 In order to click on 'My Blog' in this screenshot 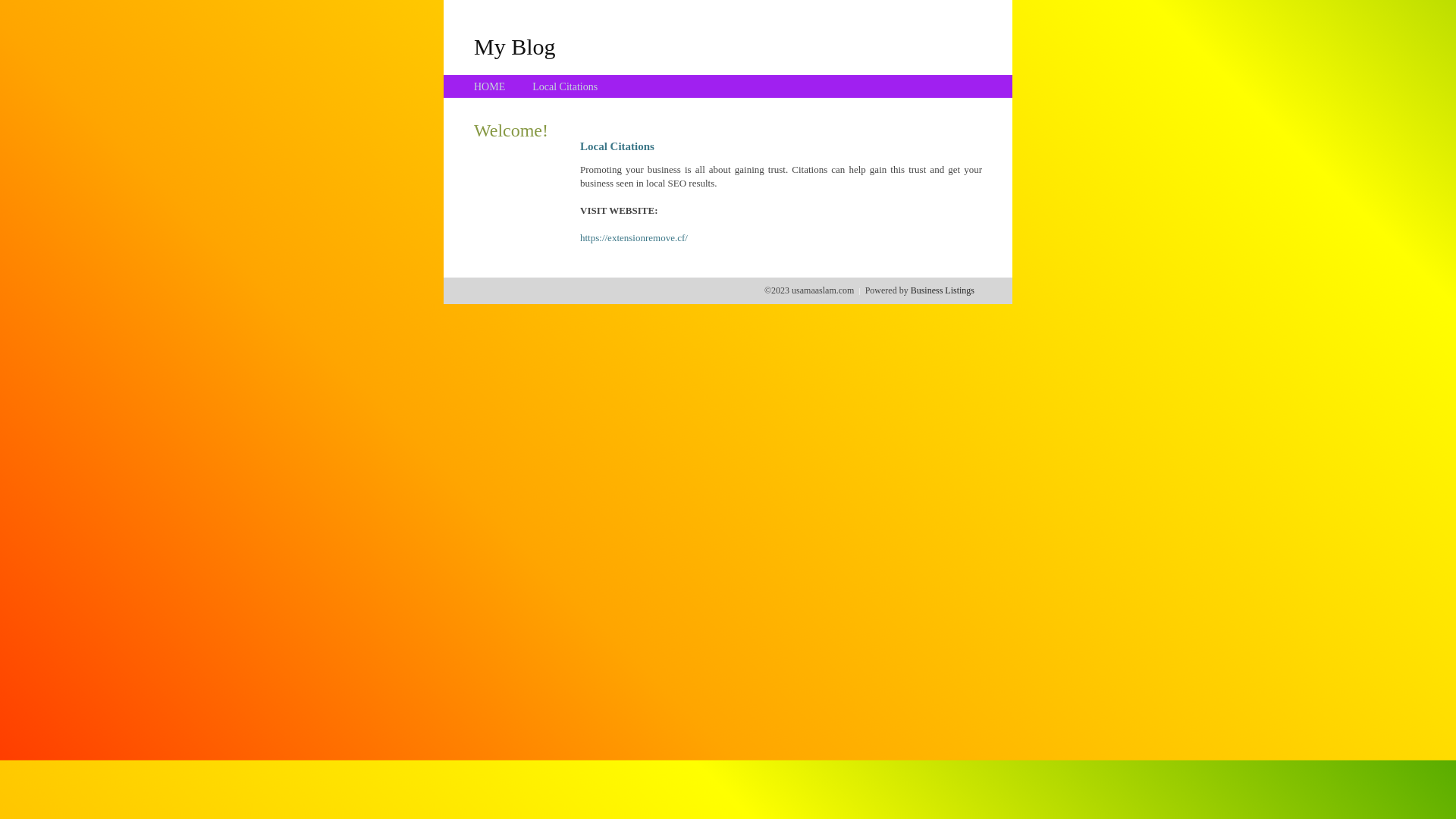, I will do `click(472, 45)`.